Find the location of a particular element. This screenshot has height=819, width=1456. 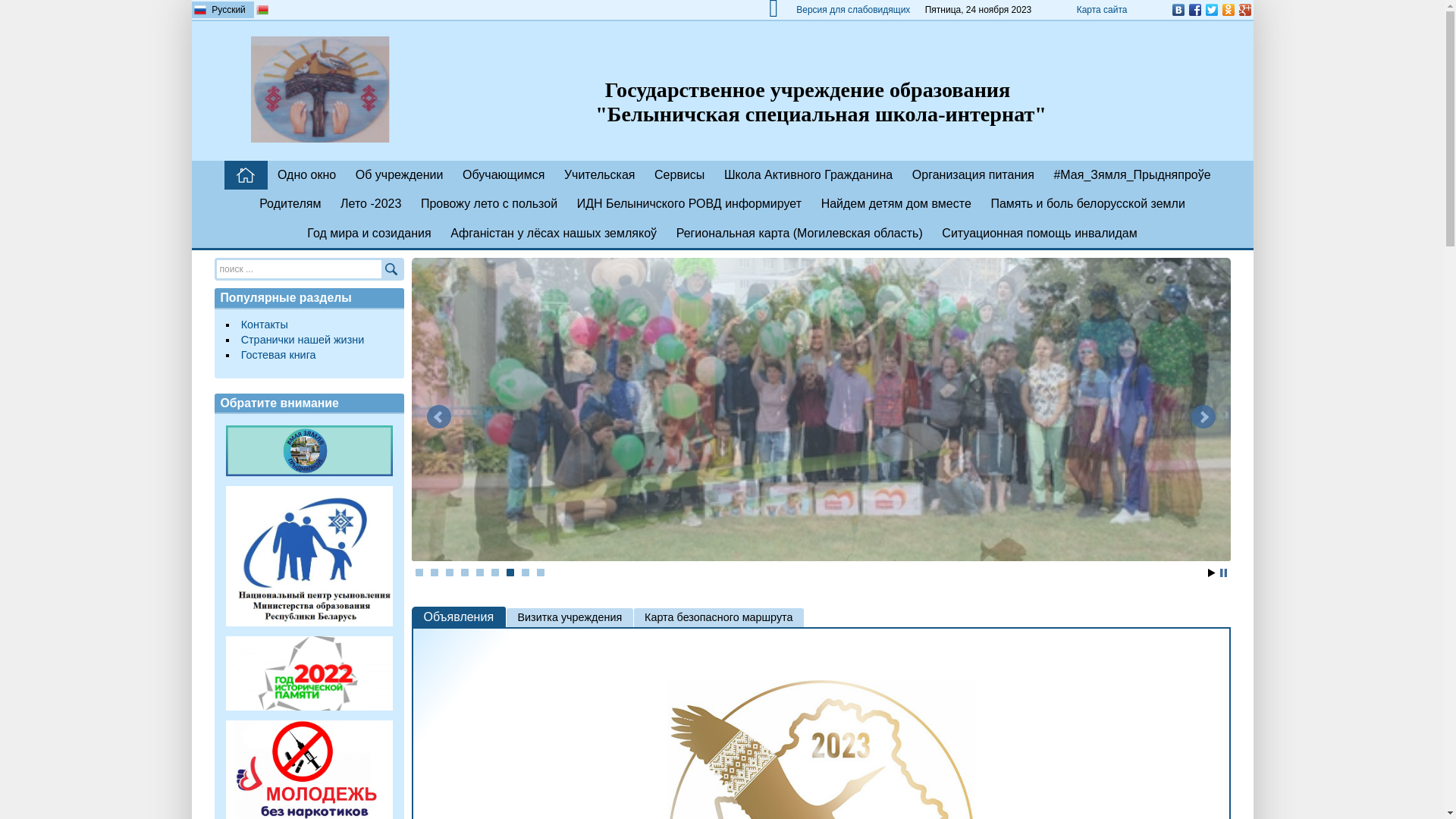

'Next' is located at coordinates (1201, 417).